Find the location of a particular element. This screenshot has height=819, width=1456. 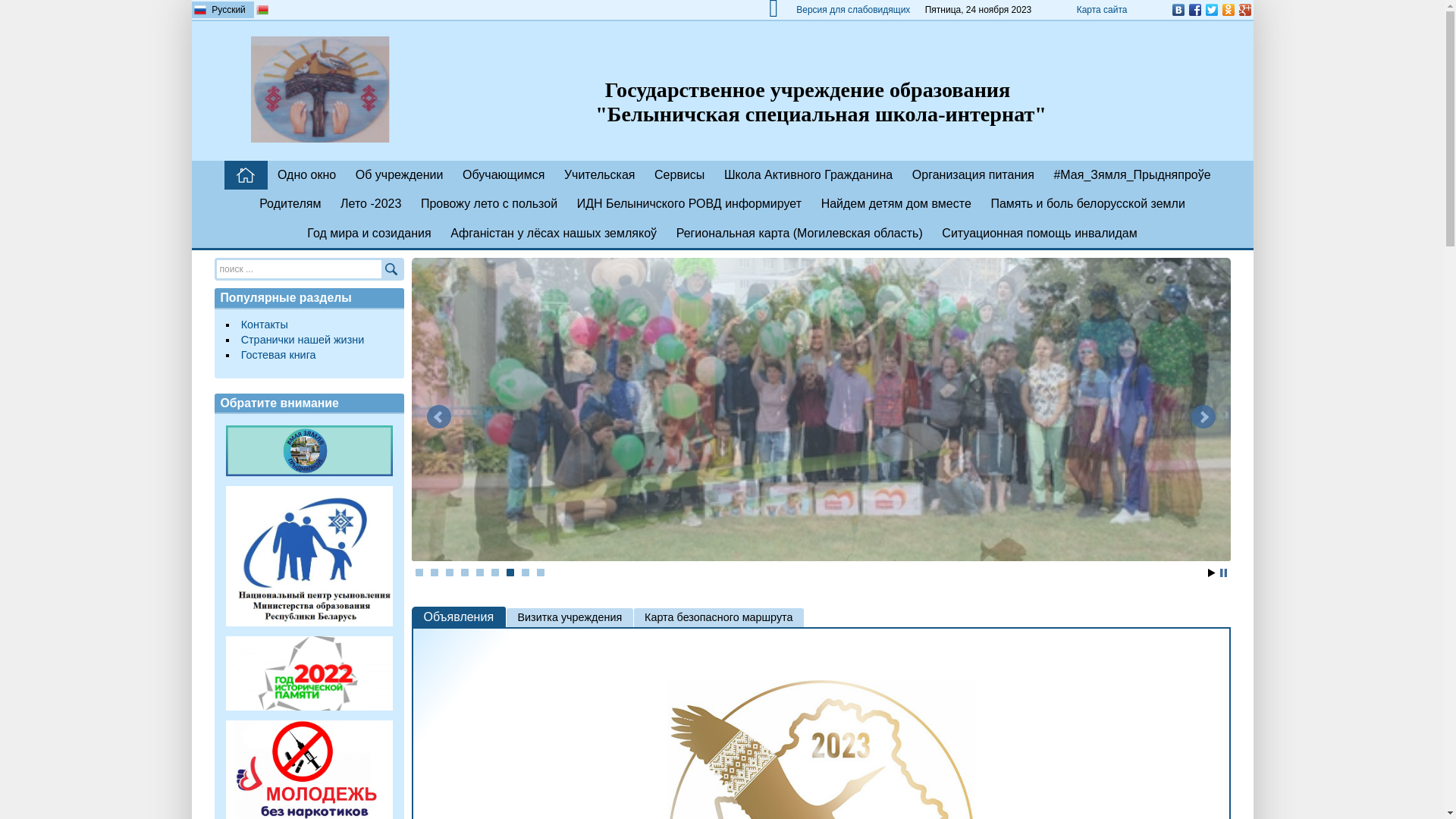

'Next' is located at coordinates (1201, 417).